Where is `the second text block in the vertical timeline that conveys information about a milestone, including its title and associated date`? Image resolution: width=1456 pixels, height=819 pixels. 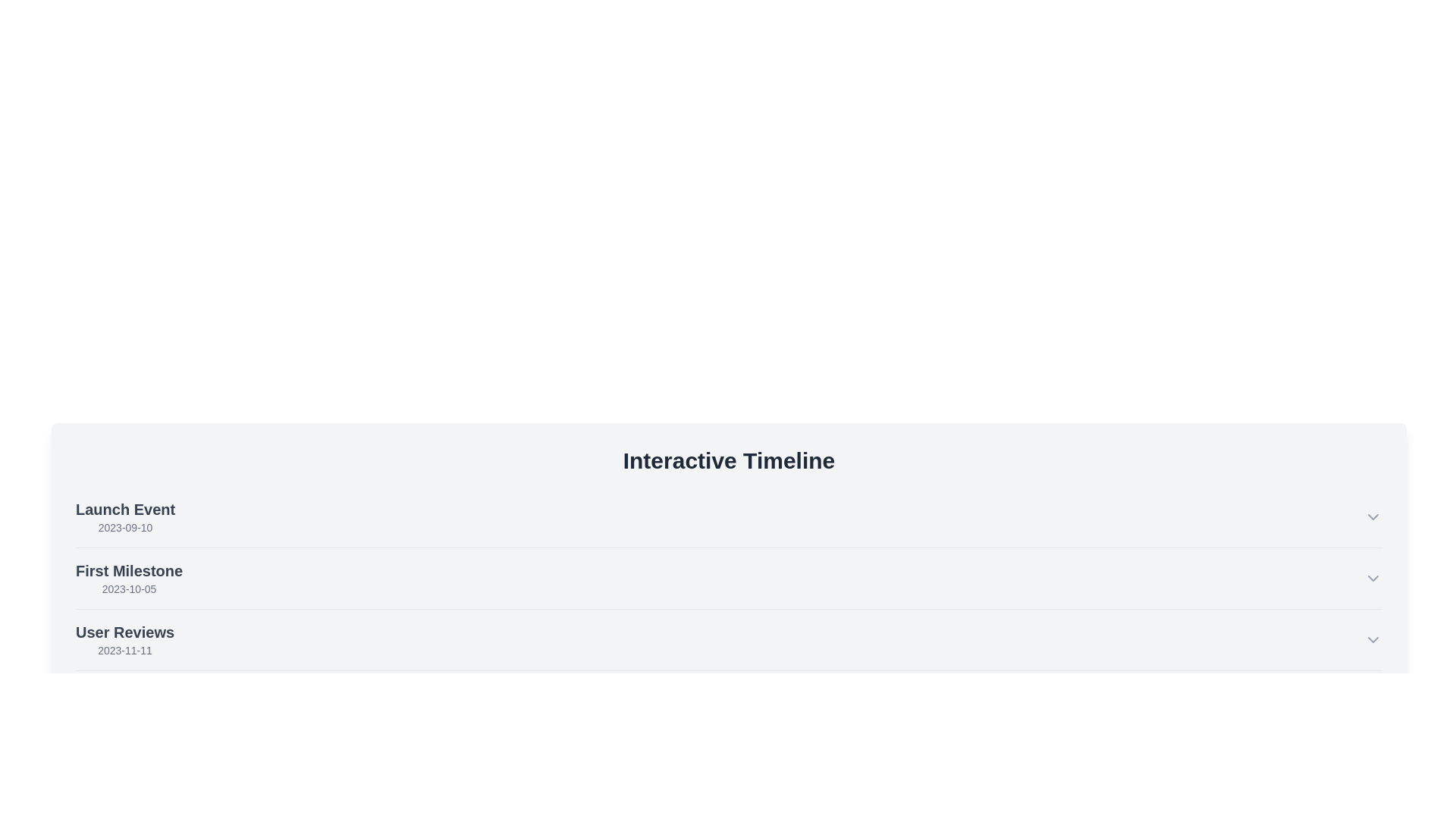 the second text block in the vertical timeline that conveys information about a milestone, including its title and associated date is located at coordinates (129, 579).